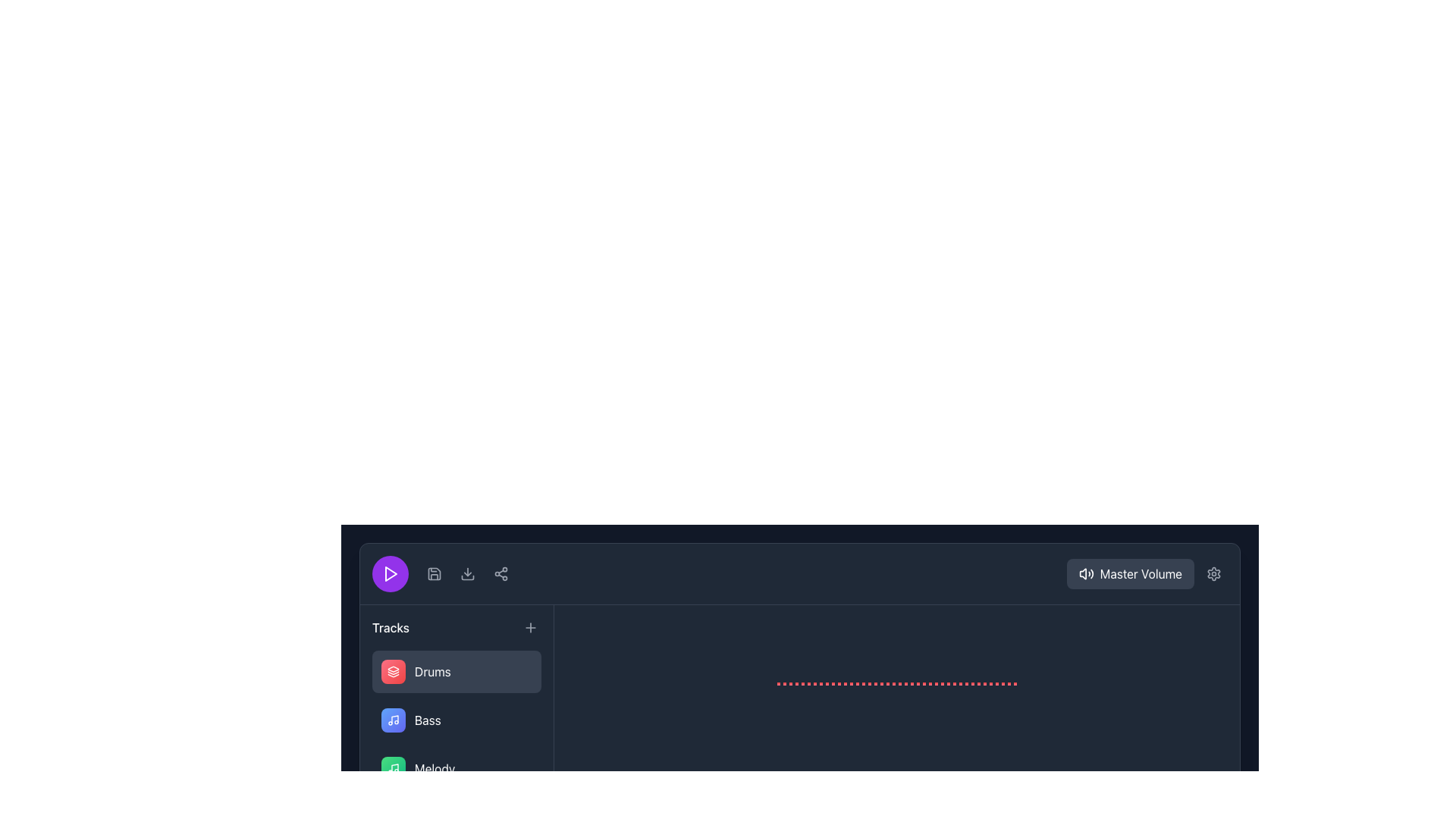  I want to click on the Icon Button with a gradient background transitioning from rose to red, located in the 'Drums' row of the Tracks section, to the immediate left of the text 'Drums', so click(393, 671).